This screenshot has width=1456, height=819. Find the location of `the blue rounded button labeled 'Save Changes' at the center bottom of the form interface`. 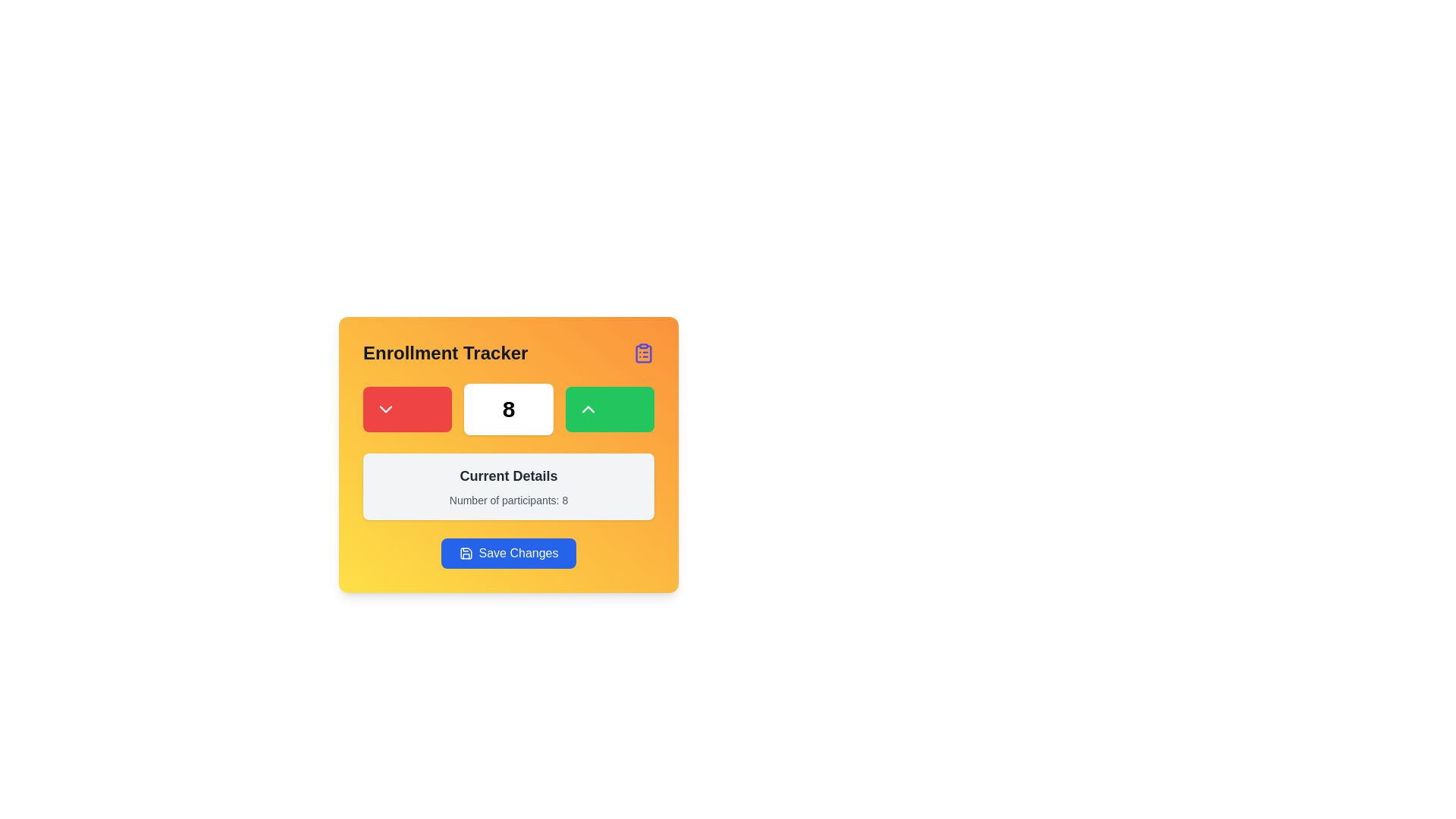

the blue rounded button labeled 'Save Changes' at the center bottom of the form interface is located at coordinates (509, 553).